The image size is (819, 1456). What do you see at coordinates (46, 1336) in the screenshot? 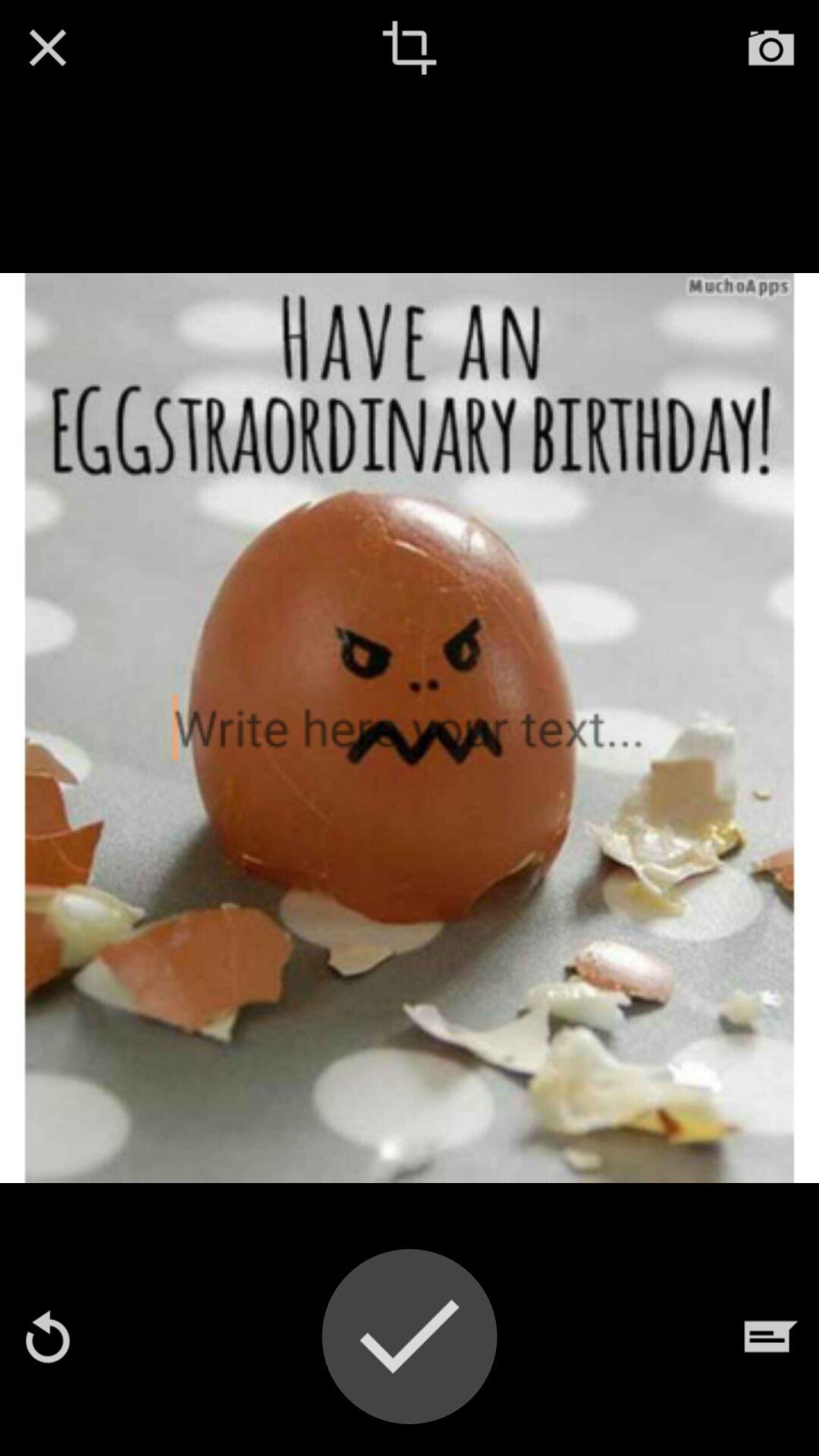
I see `undo option` at bounding box center [46, 1336].